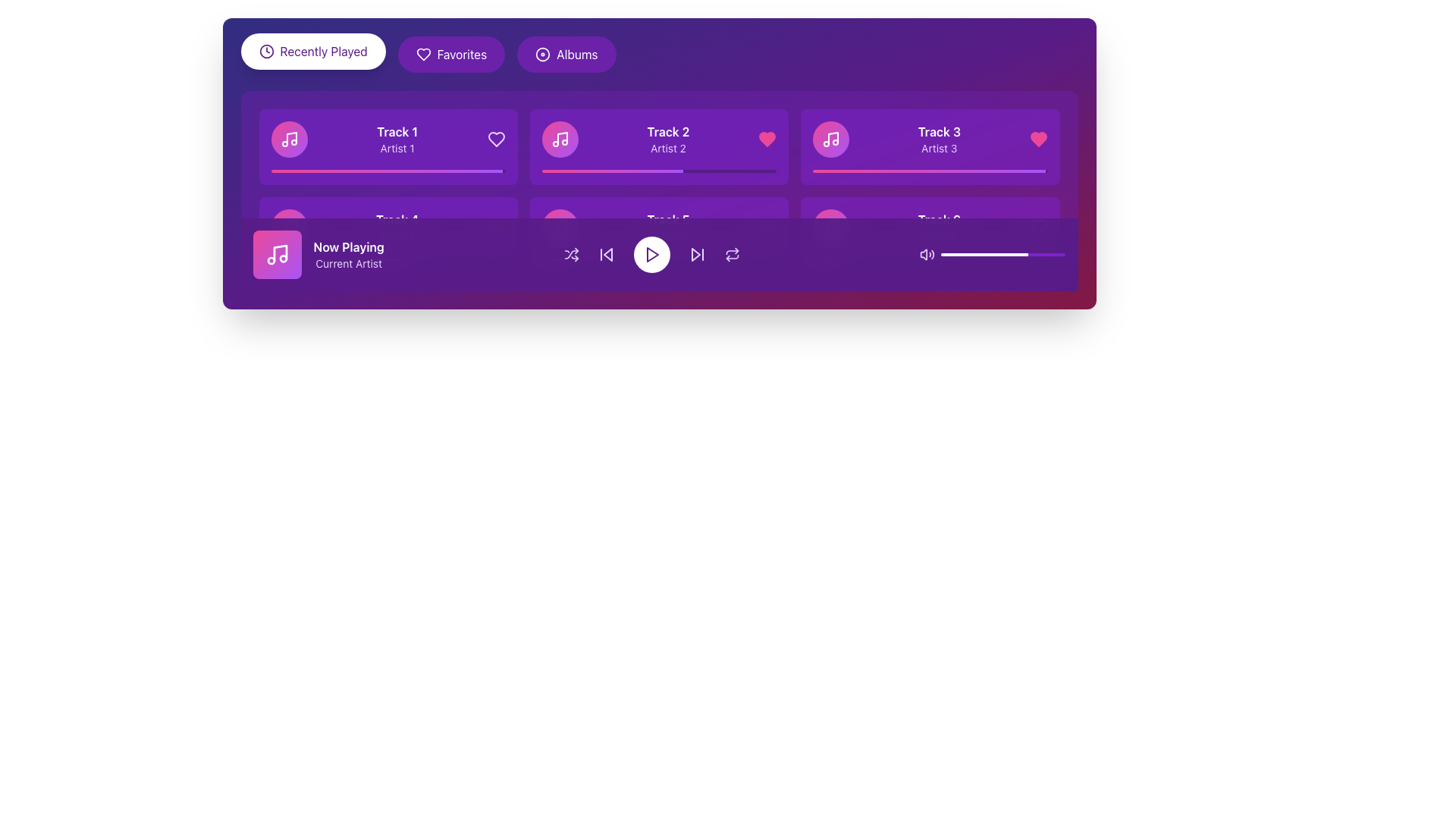  What do you see at coordinates (612, 171) in the screenshot?
I see `the progress bar fill for 'Track 2' by 'Artist 2' located in the second track card in the top row of the music interface` at bounding box center [612, 171].